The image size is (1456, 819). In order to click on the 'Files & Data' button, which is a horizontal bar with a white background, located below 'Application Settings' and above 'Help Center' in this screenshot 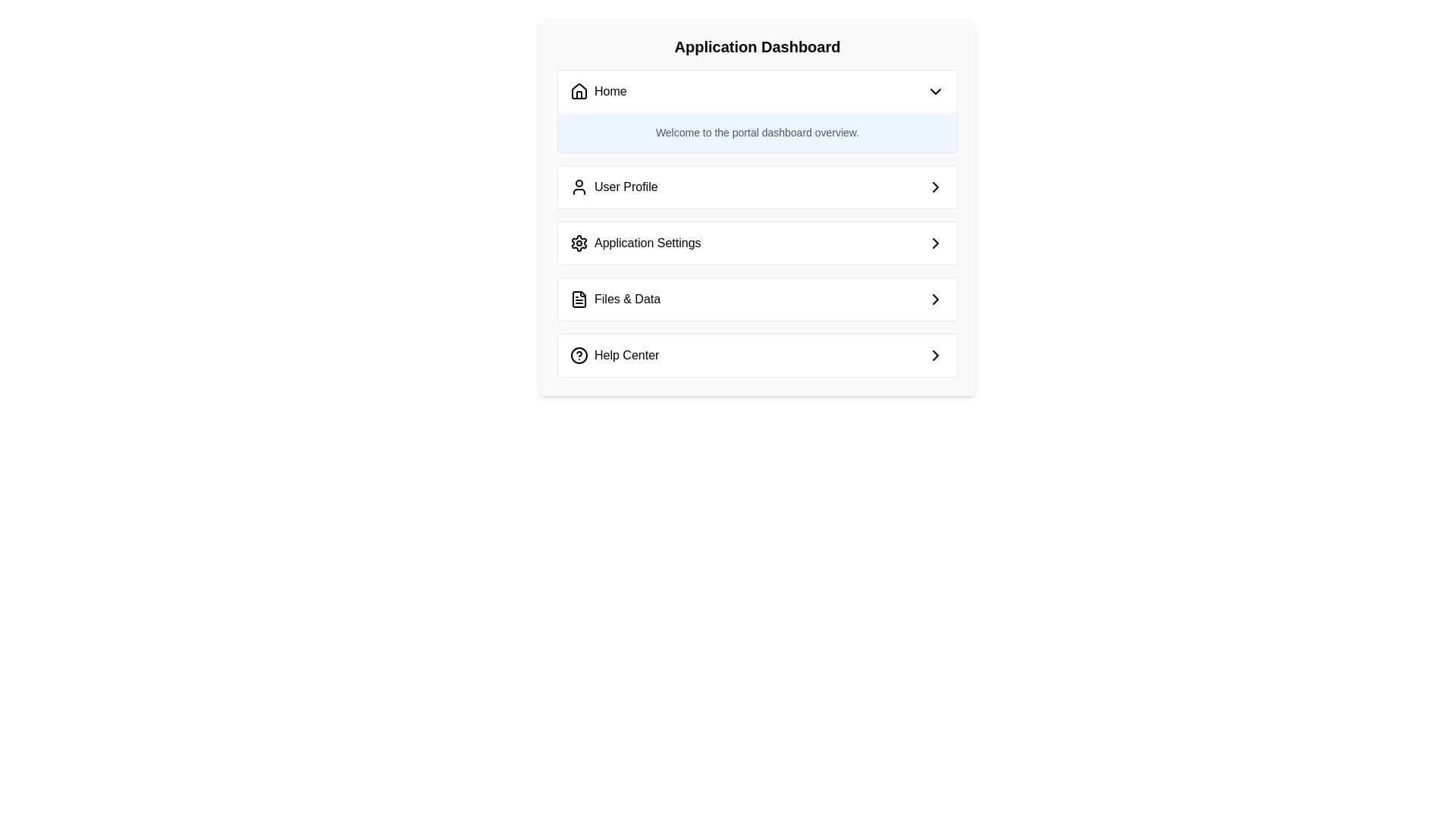, I will do `click(757, 299)`.